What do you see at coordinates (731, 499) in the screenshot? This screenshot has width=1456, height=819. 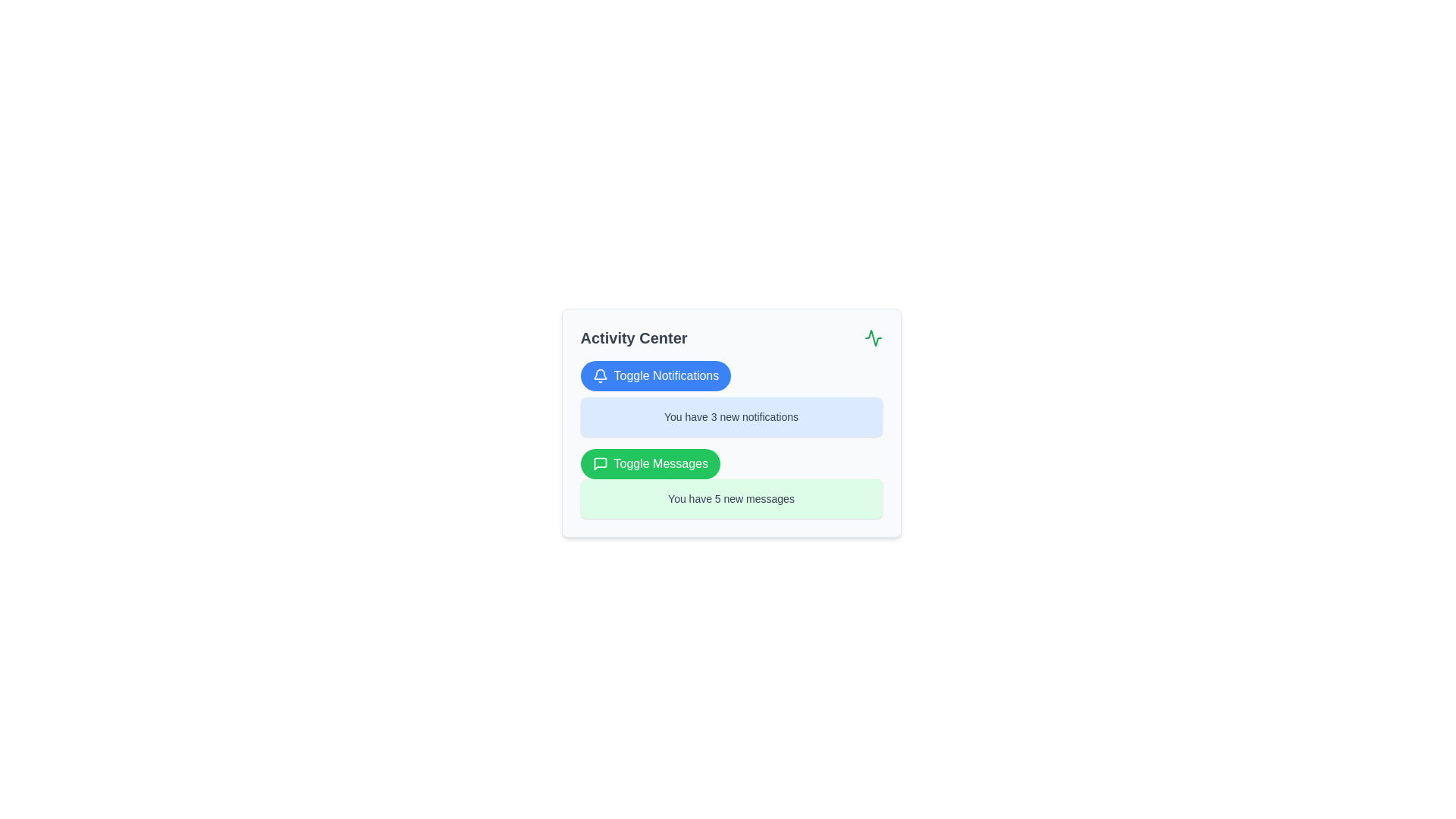 I see `text content of the Notification Box indicating the presence of 5 new messages located within the 'Activity Center', below the 'Toggle Messages' button` at bounding box center [731, 499].